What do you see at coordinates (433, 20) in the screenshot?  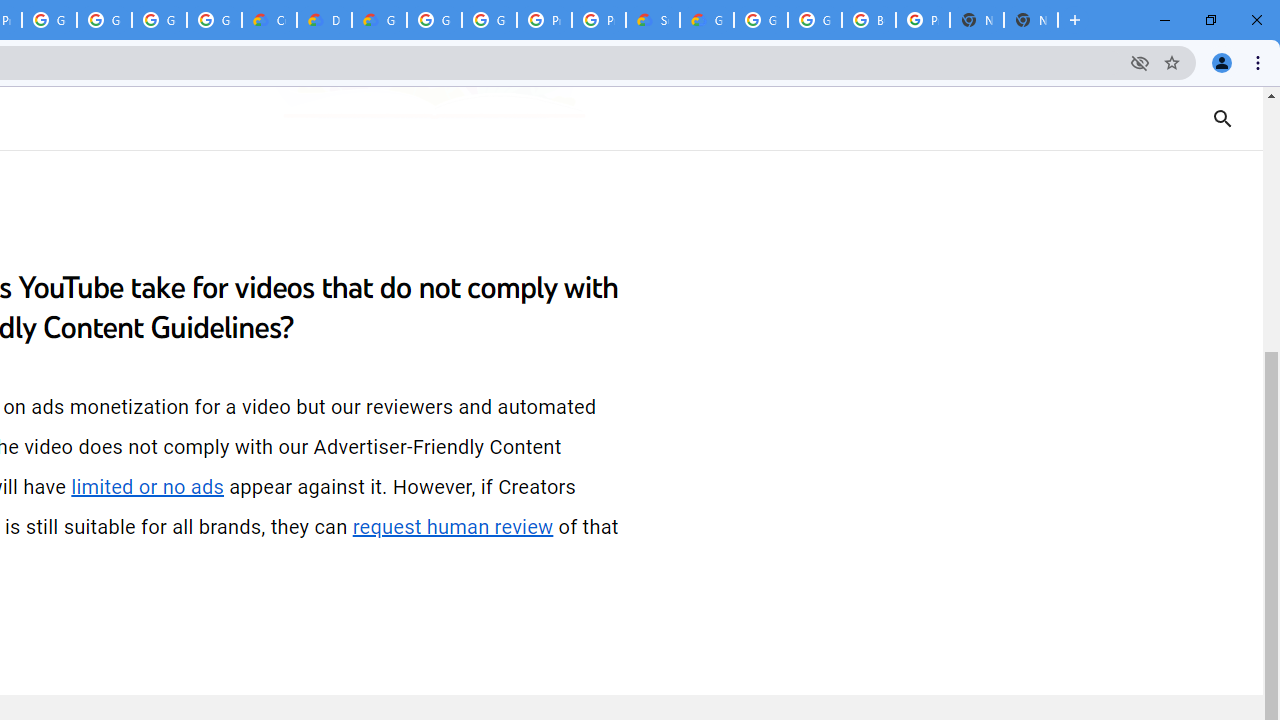 I see `'Google Cloud Platform'` at bounding box center [433, 20].